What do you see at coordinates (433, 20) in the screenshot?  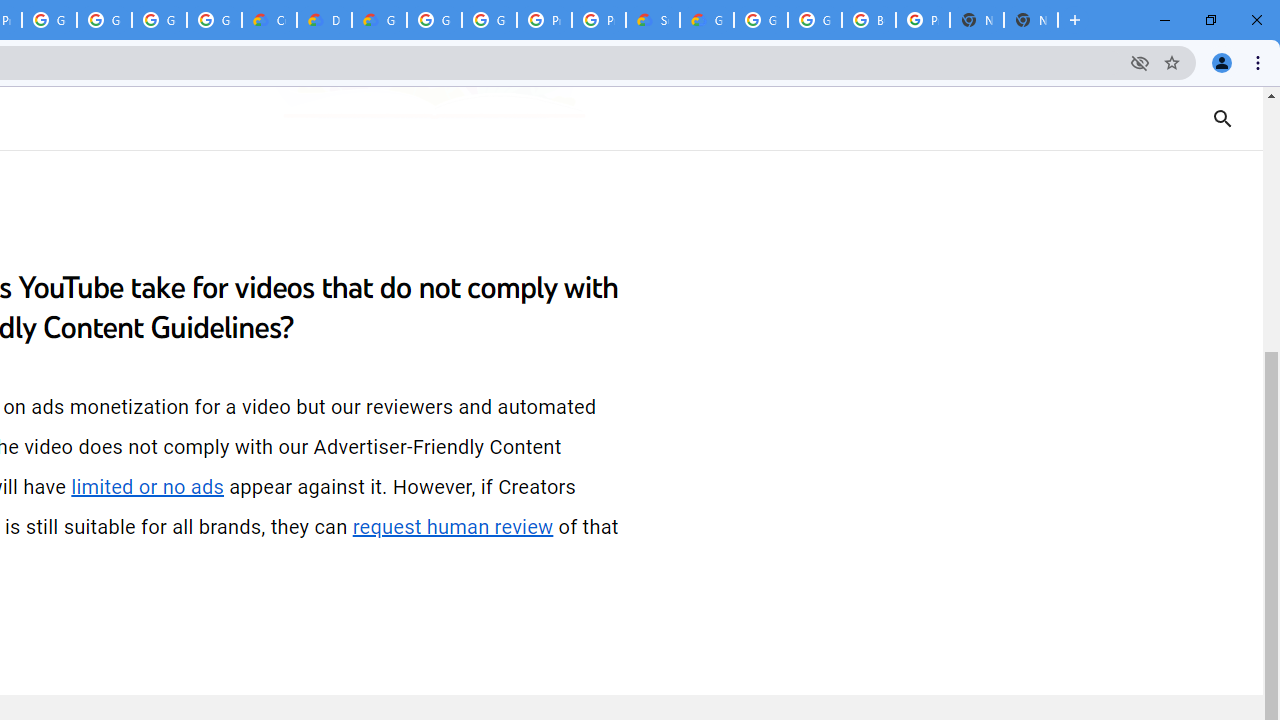 I see `'Google Cloud Platform'` at bounding box center [433, 20].